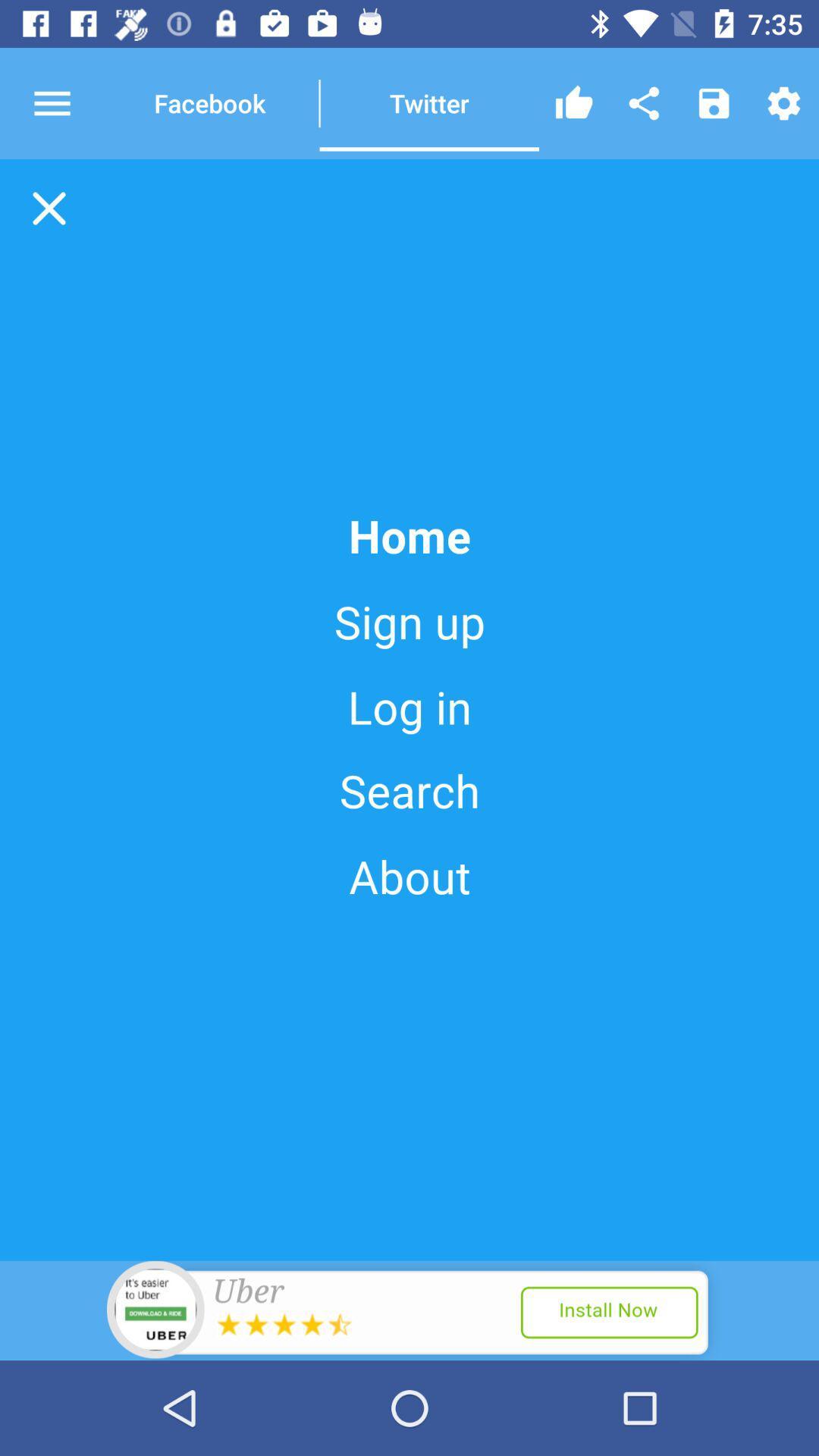  I want to click on upvote, so click(574, 102).